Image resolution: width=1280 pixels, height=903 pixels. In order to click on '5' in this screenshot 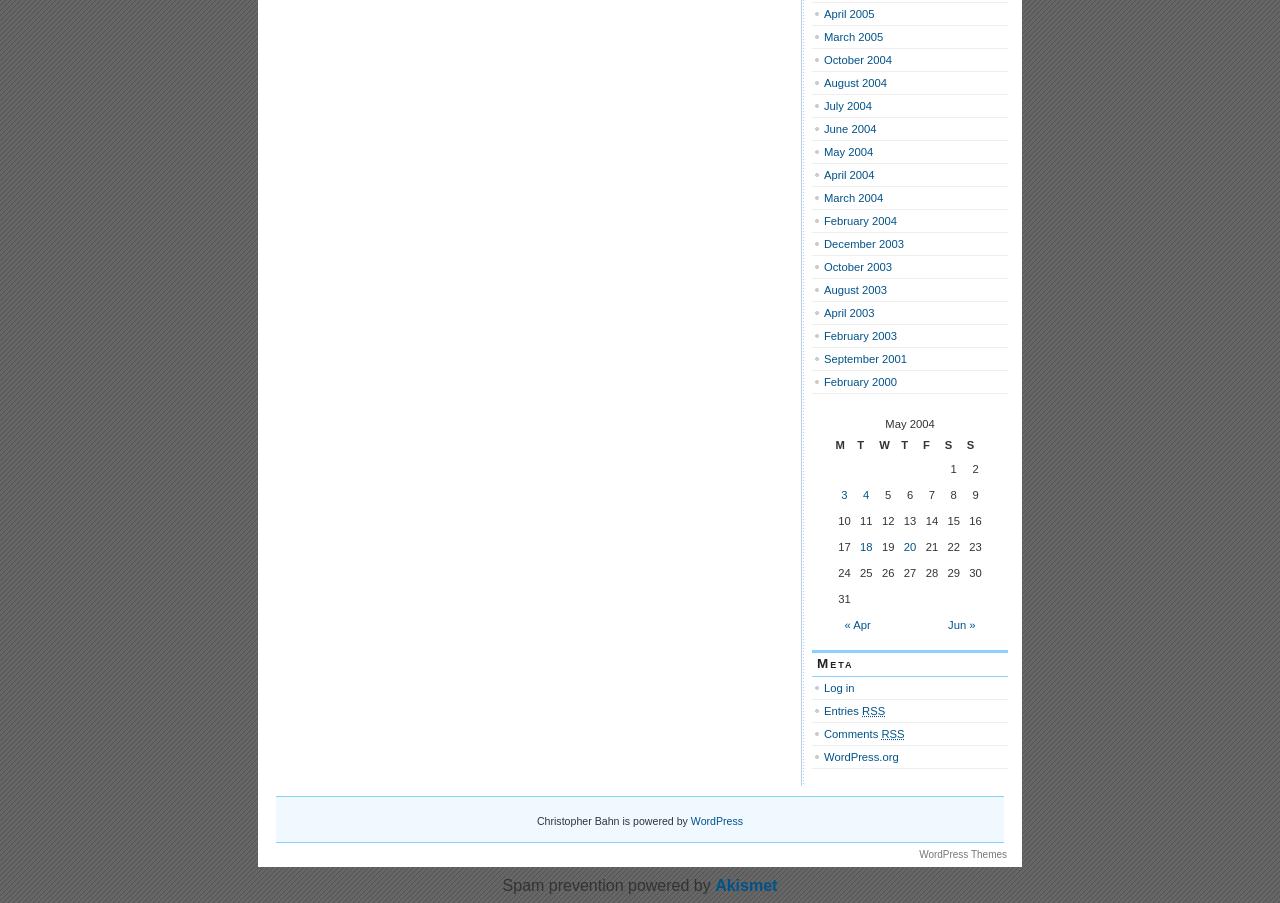, I will do `click(883, 495)`.